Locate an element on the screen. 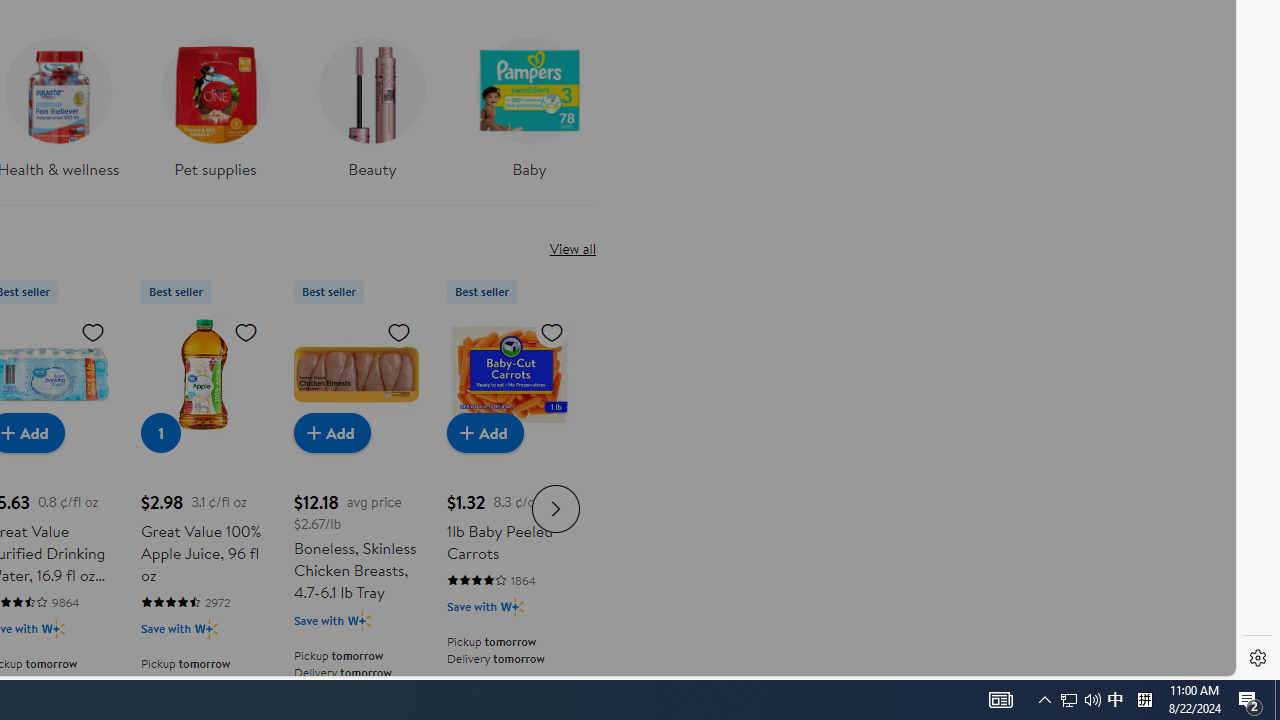  'Sign in to add to Favorites list, 1lb Baby Peeled Carrots' is located at coordinates (552, 330).